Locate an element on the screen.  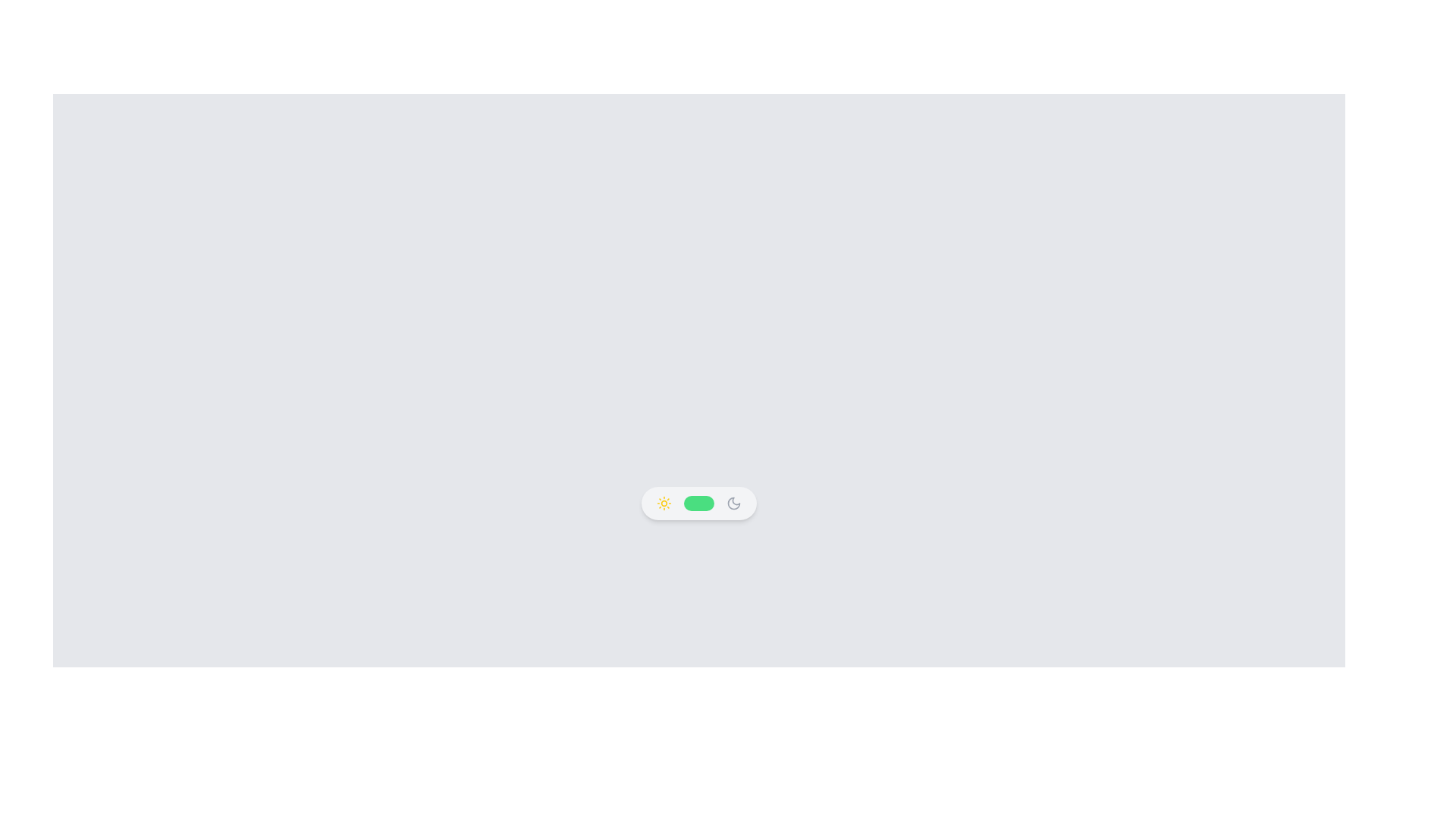
the moon icon located at the far right of the group of three elements is located at coordinates (734, 503).